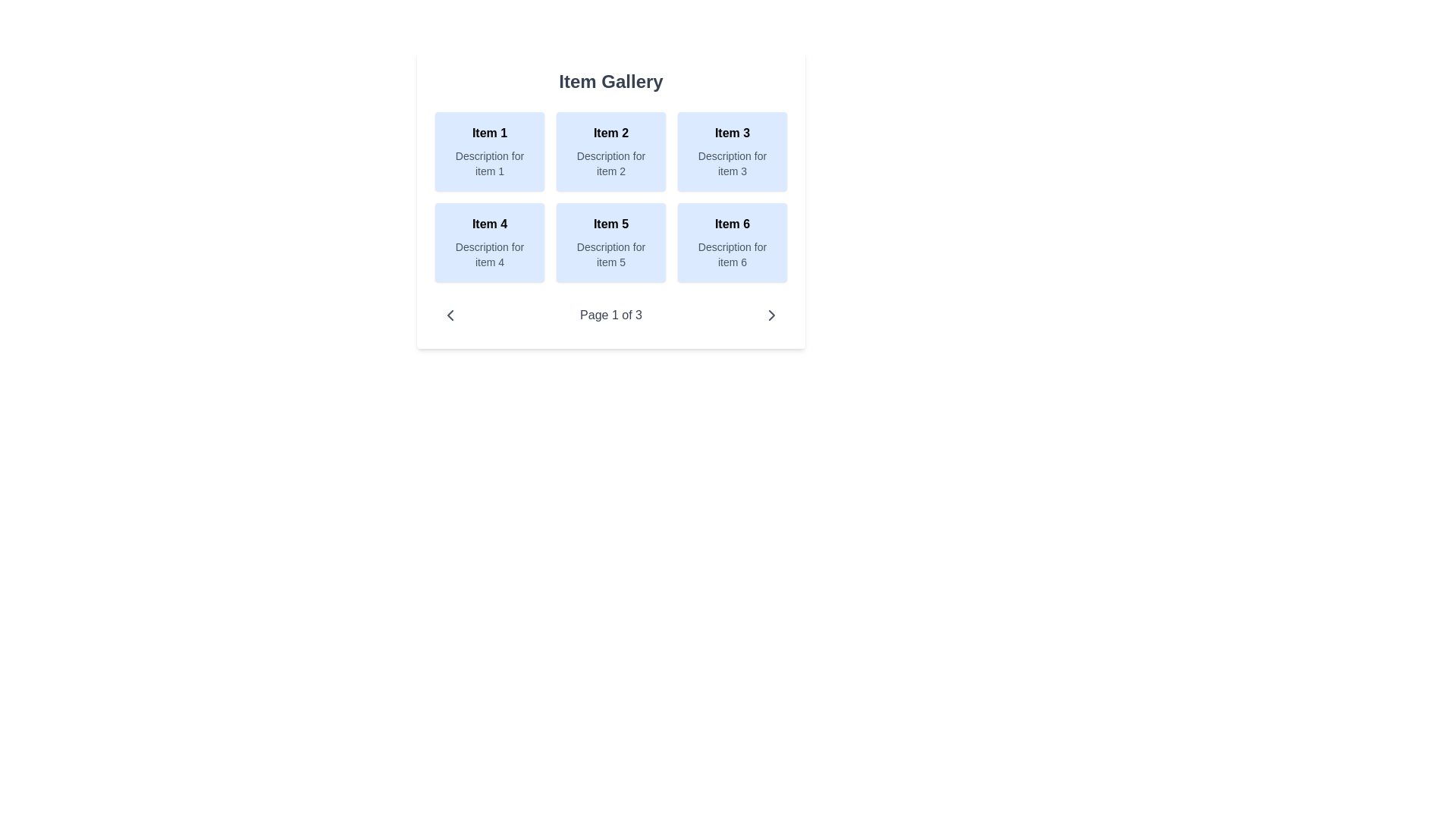 Image resolution: width=1456 pixels, height=819 pixels. Describe the element at coordinates (771, 315) in the screenshot. I see `the right-facing arrow SVG element located near the bottom-right corner of the interface` at that location.